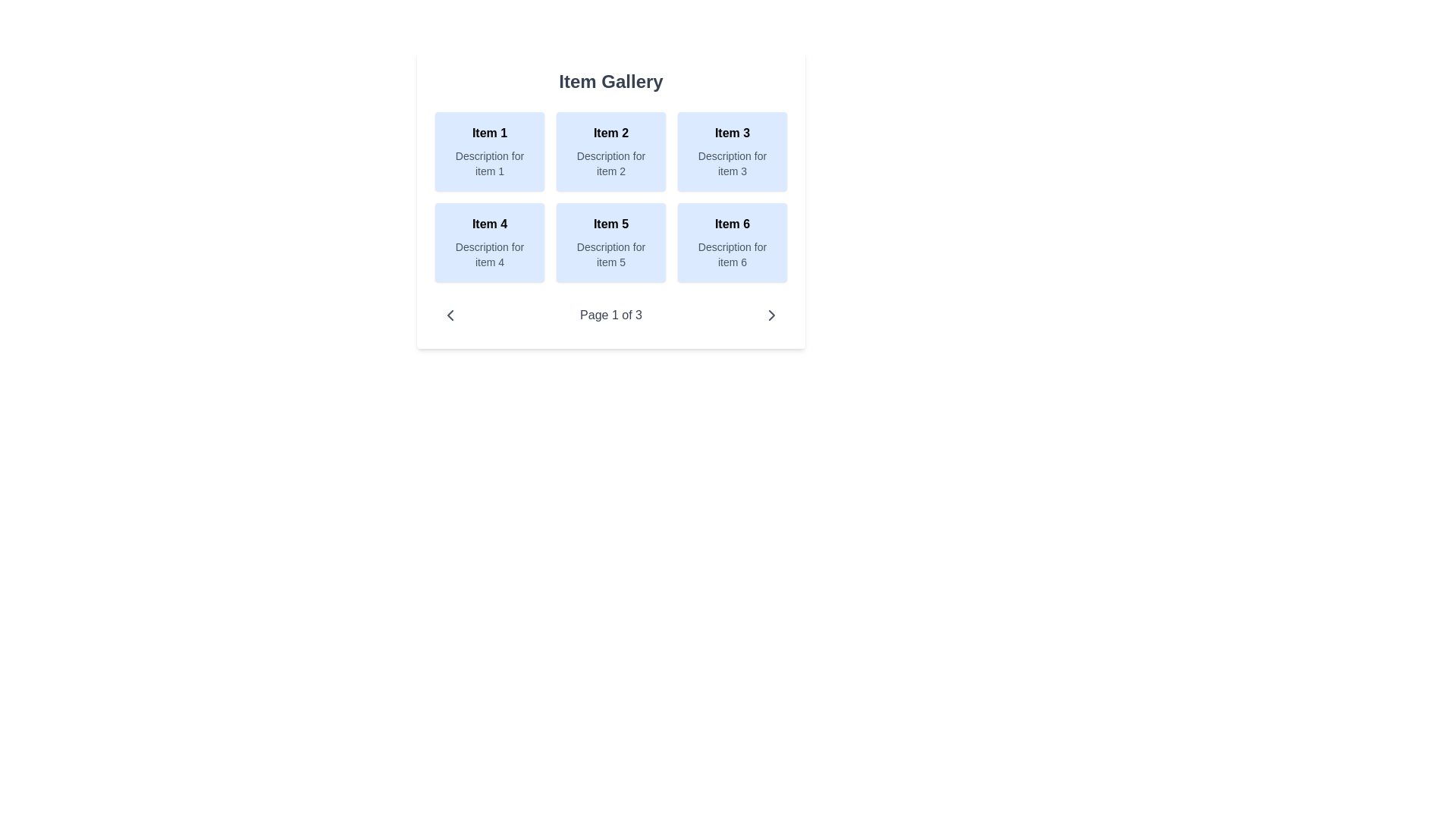 Image resolution: width=1456 pixels, height=819 pixels. Describe the element at coordinates (771, 315) in the screenshot. I see `the right-facing arrow SVG element located near the bottom-right corner of the interface` at that location.